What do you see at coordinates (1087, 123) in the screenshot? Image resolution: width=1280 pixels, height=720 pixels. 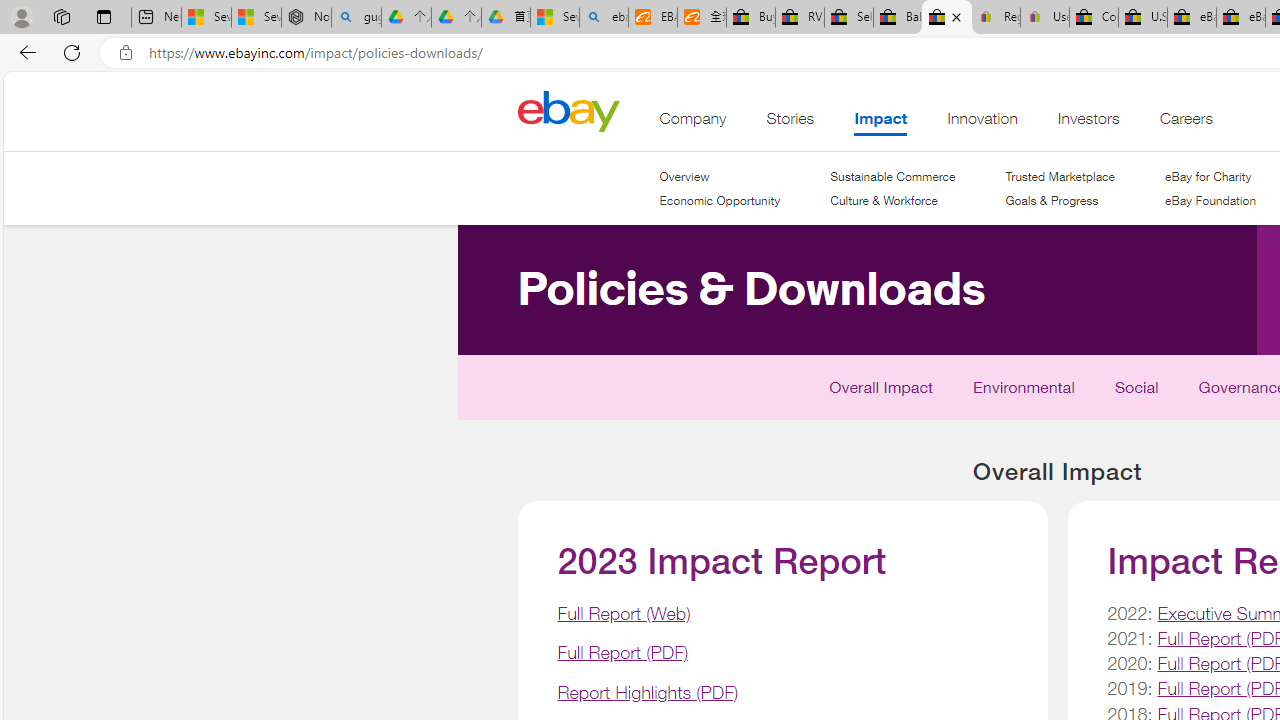 I see `'Investors'` at bounding box center [1087, 123].